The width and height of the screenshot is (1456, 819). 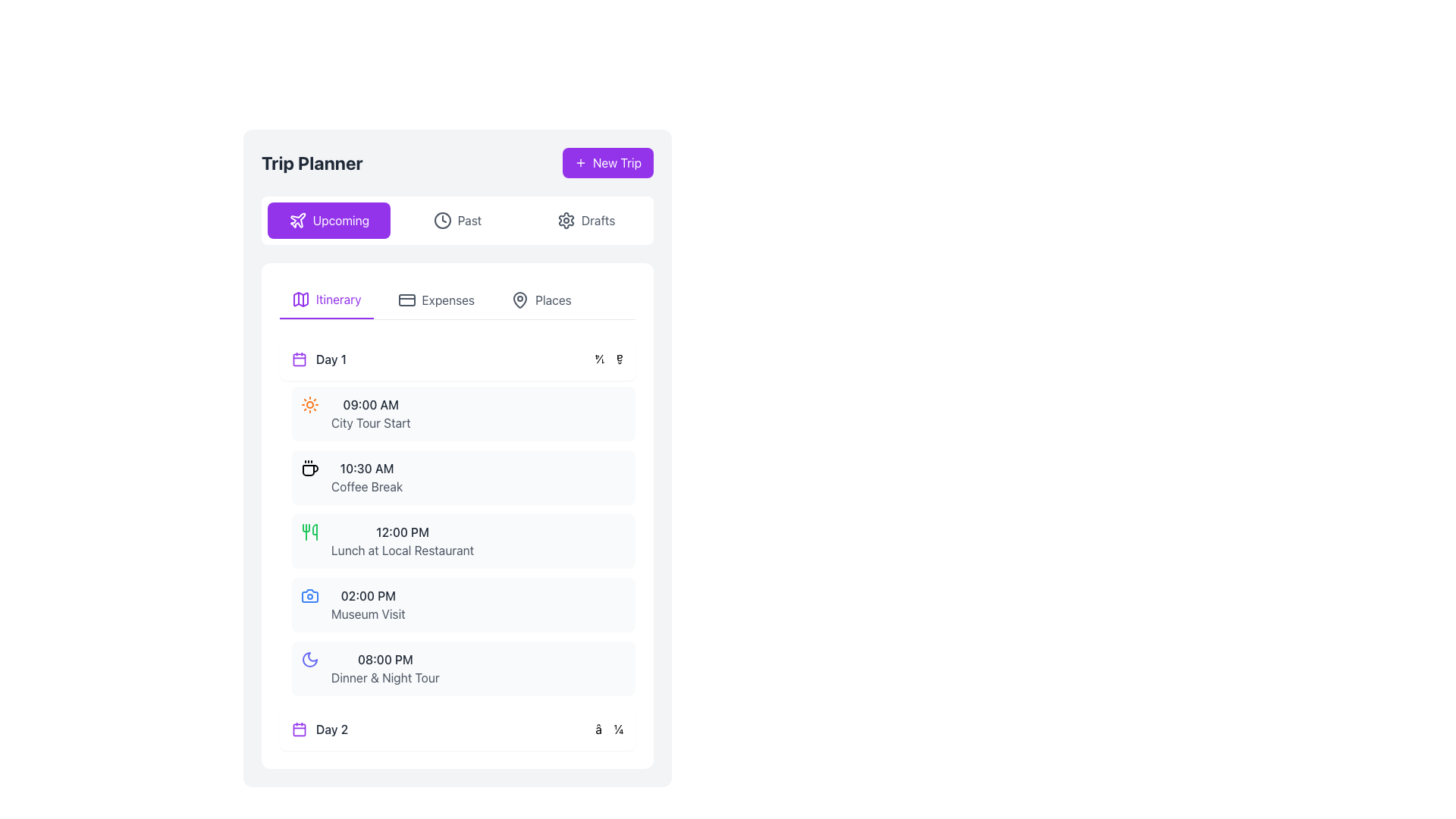 I want to click on the header or label for Day 2 in the Trip Planner panel under the Upcoming tab, so click(x=319, y=728).